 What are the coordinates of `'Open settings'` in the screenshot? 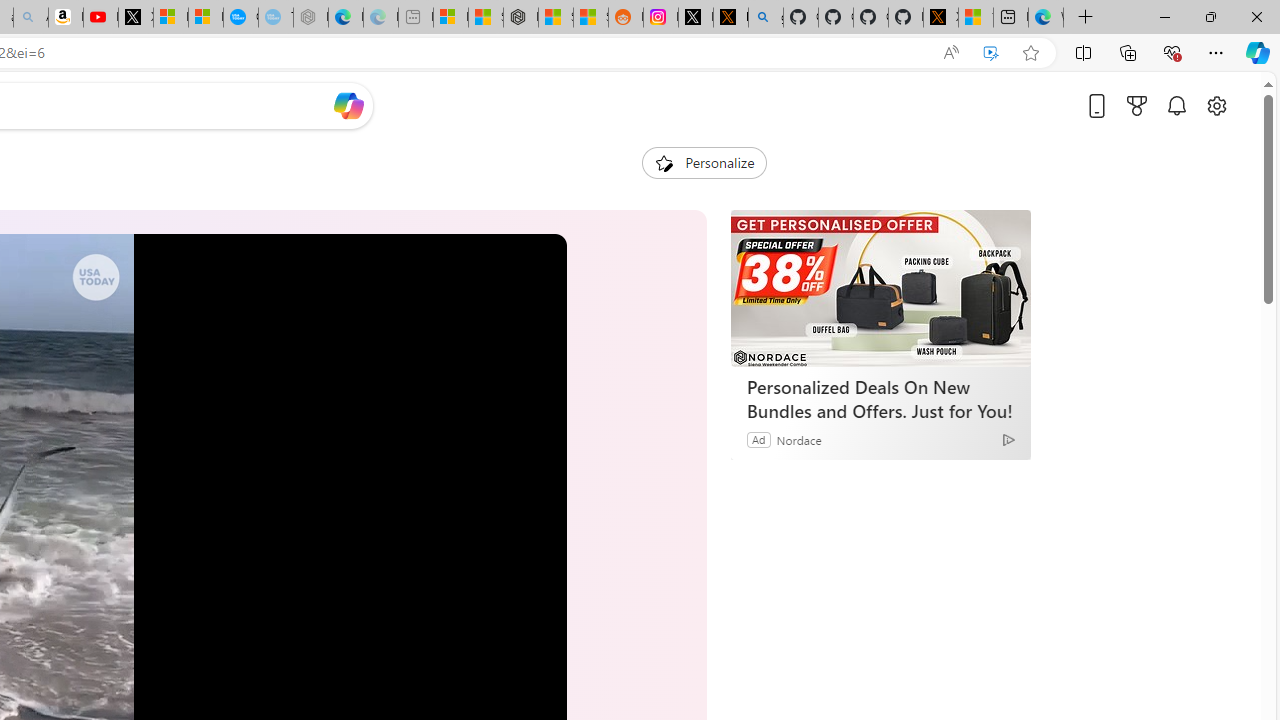 It's located at (1215, 105).